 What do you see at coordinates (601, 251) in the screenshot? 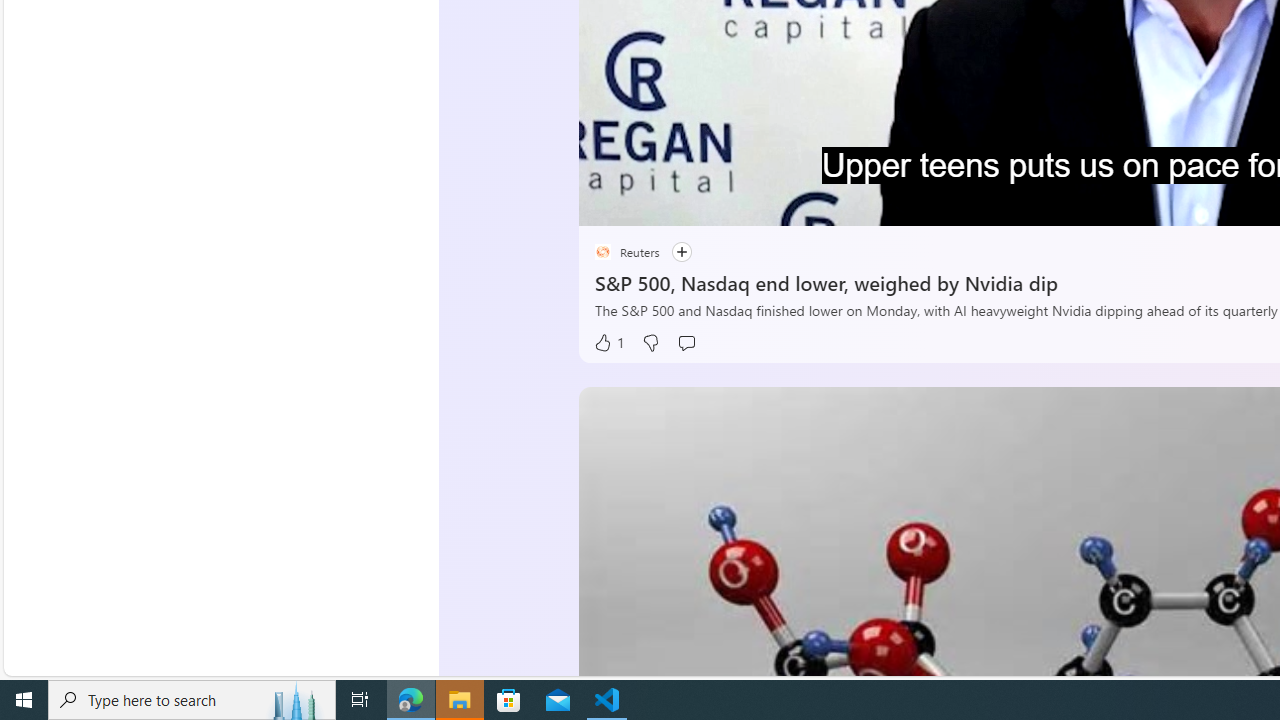
I see `'placeholder'` at bounding box center [601, 251].